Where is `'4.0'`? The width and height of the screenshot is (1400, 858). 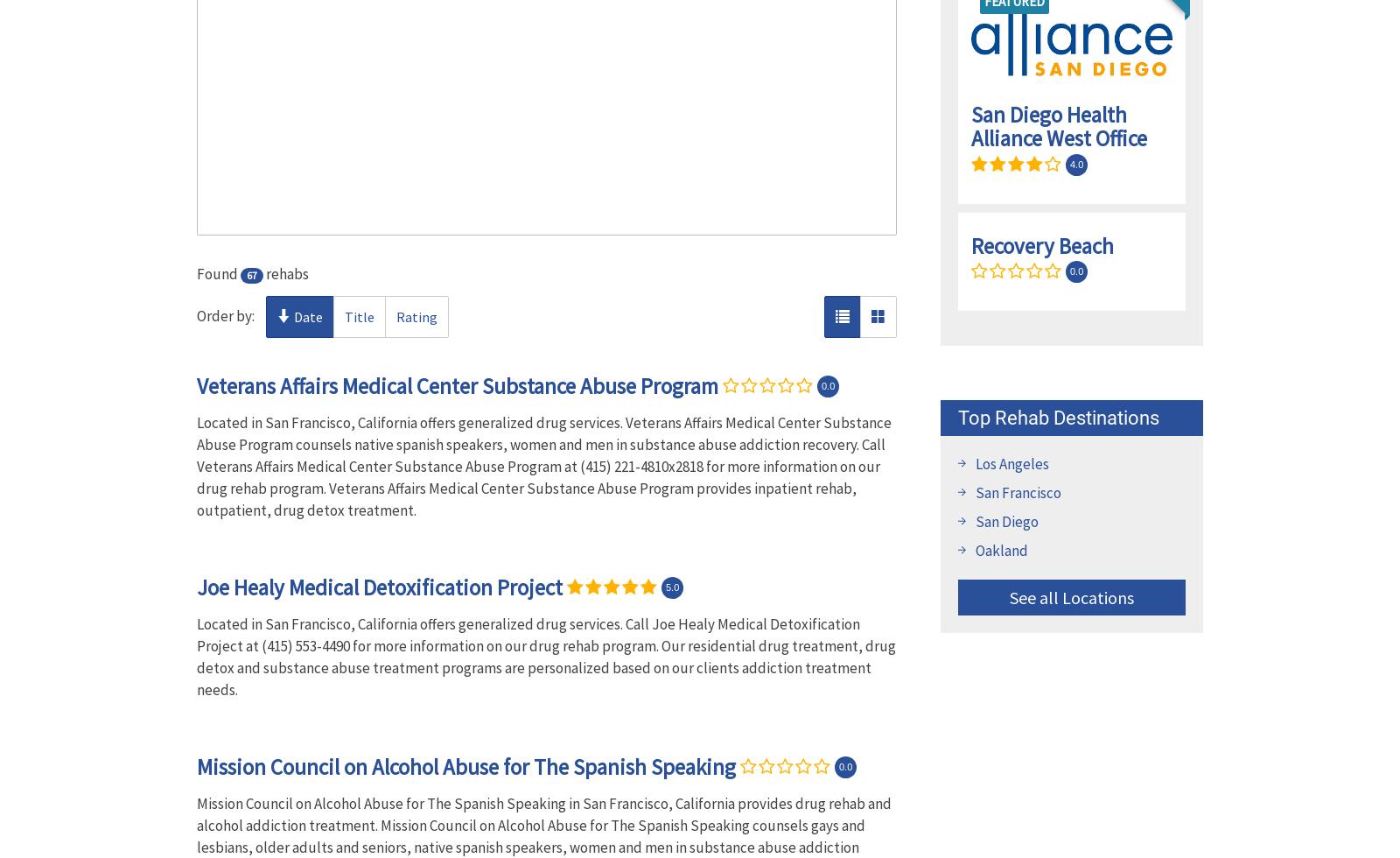
'4.0' is located at coordinates (1069, 163).